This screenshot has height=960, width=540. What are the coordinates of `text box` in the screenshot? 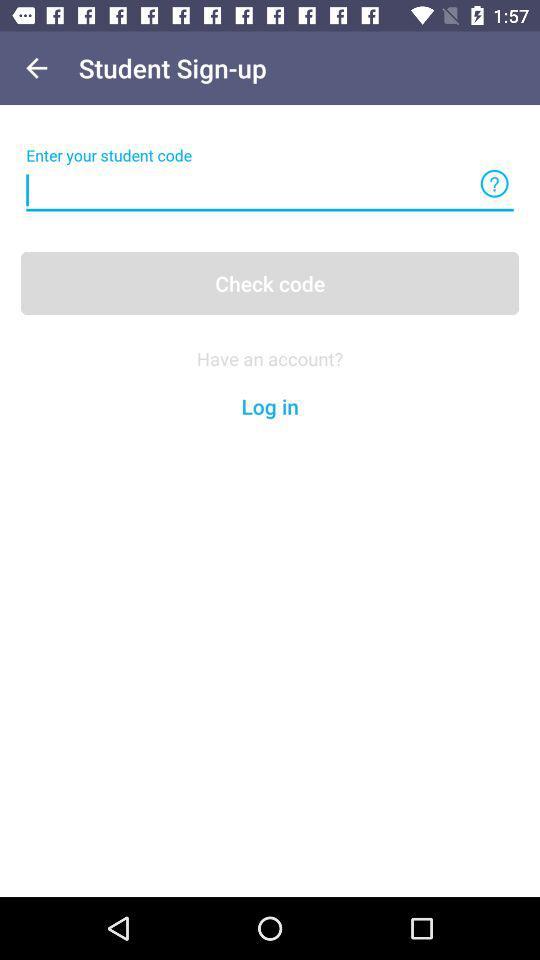 It's located at (270, 190).